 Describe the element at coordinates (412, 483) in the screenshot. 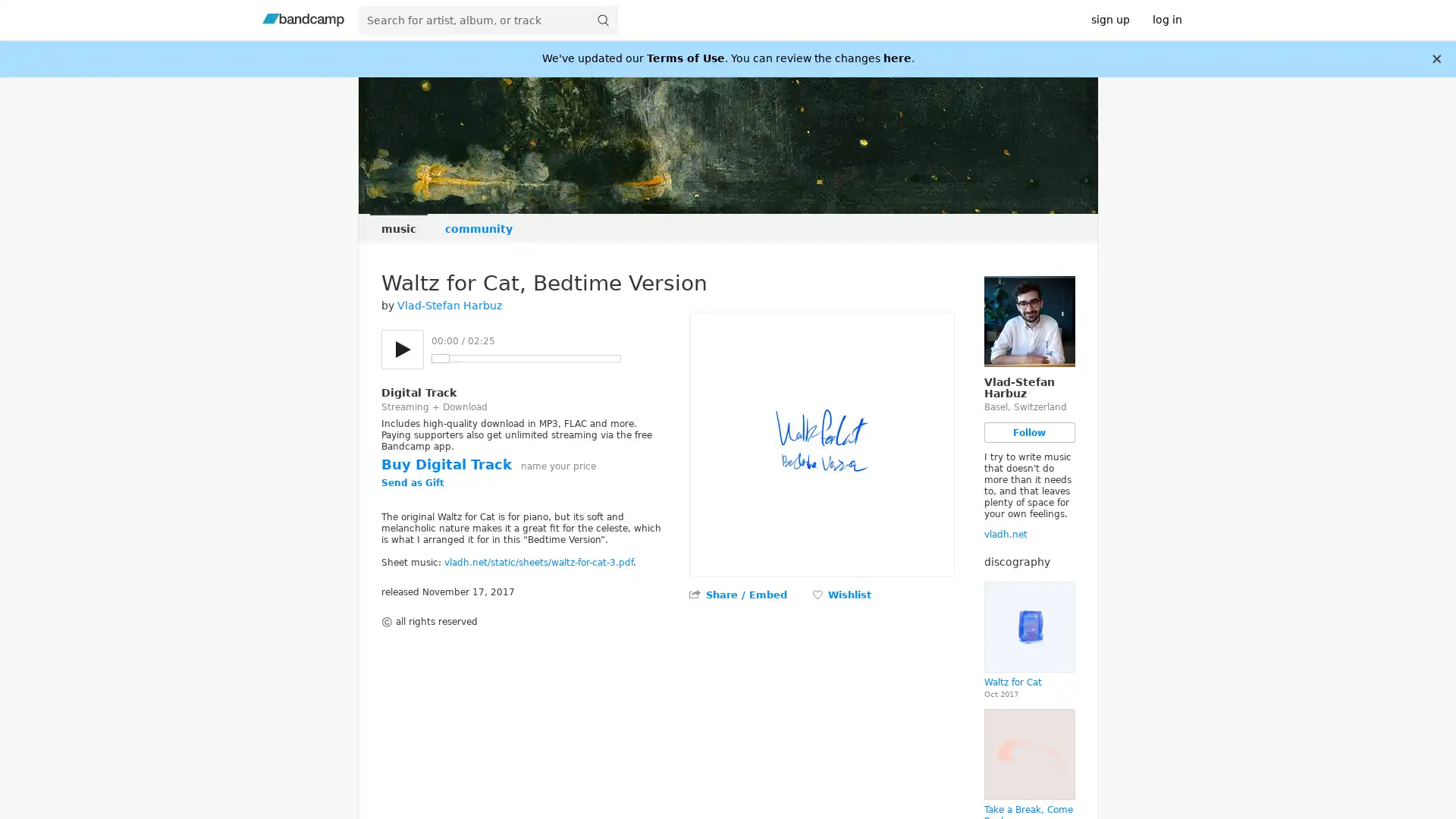

I see `Send as Gift` at that location.